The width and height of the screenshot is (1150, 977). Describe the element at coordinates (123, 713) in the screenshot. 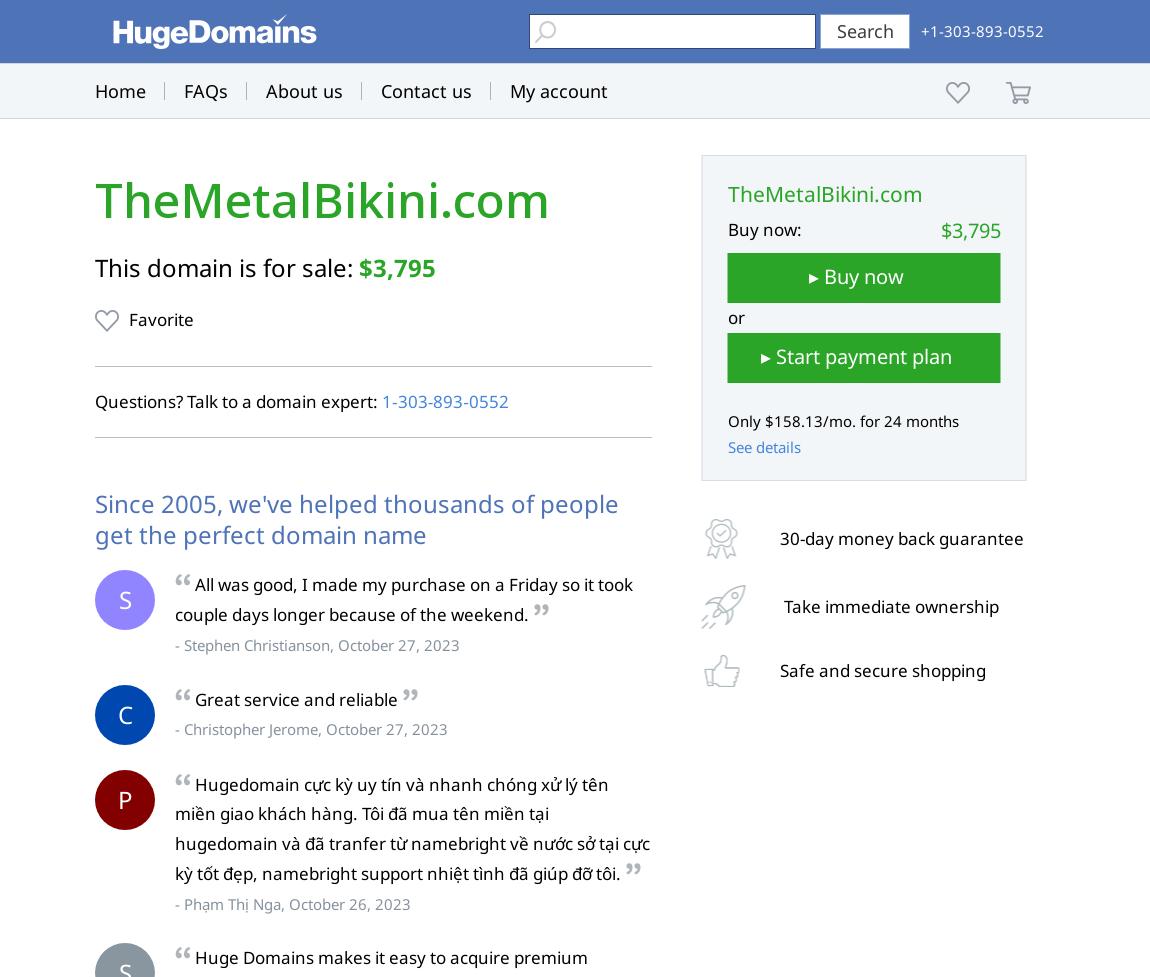

I see `'C'` at that location.